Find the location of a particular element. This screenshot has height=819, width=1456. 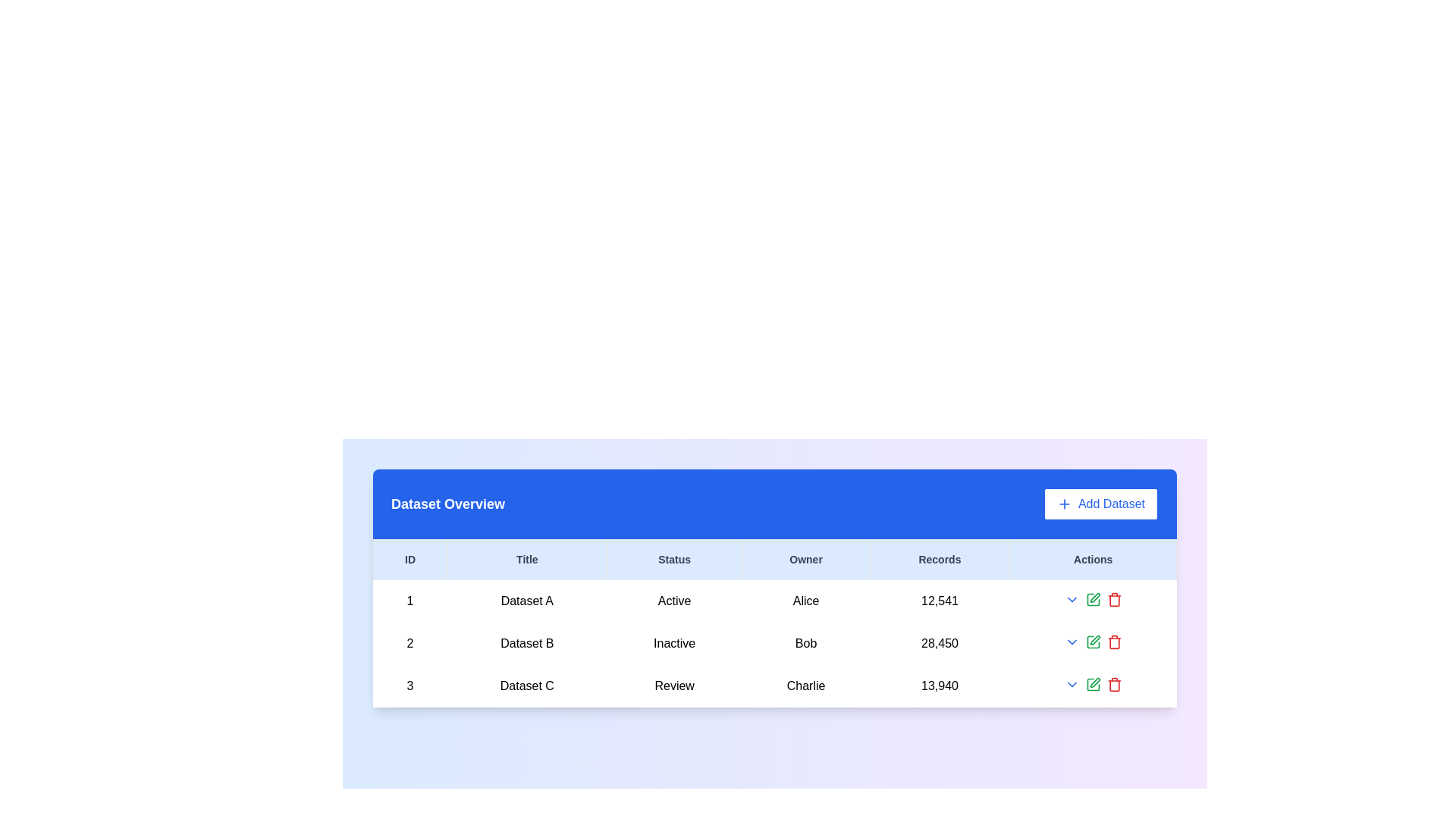

the 'Title' column header cell in the table, which is the second item from the left in the header row of the 'Dataset Overview' is located at coordinates (527, 559).